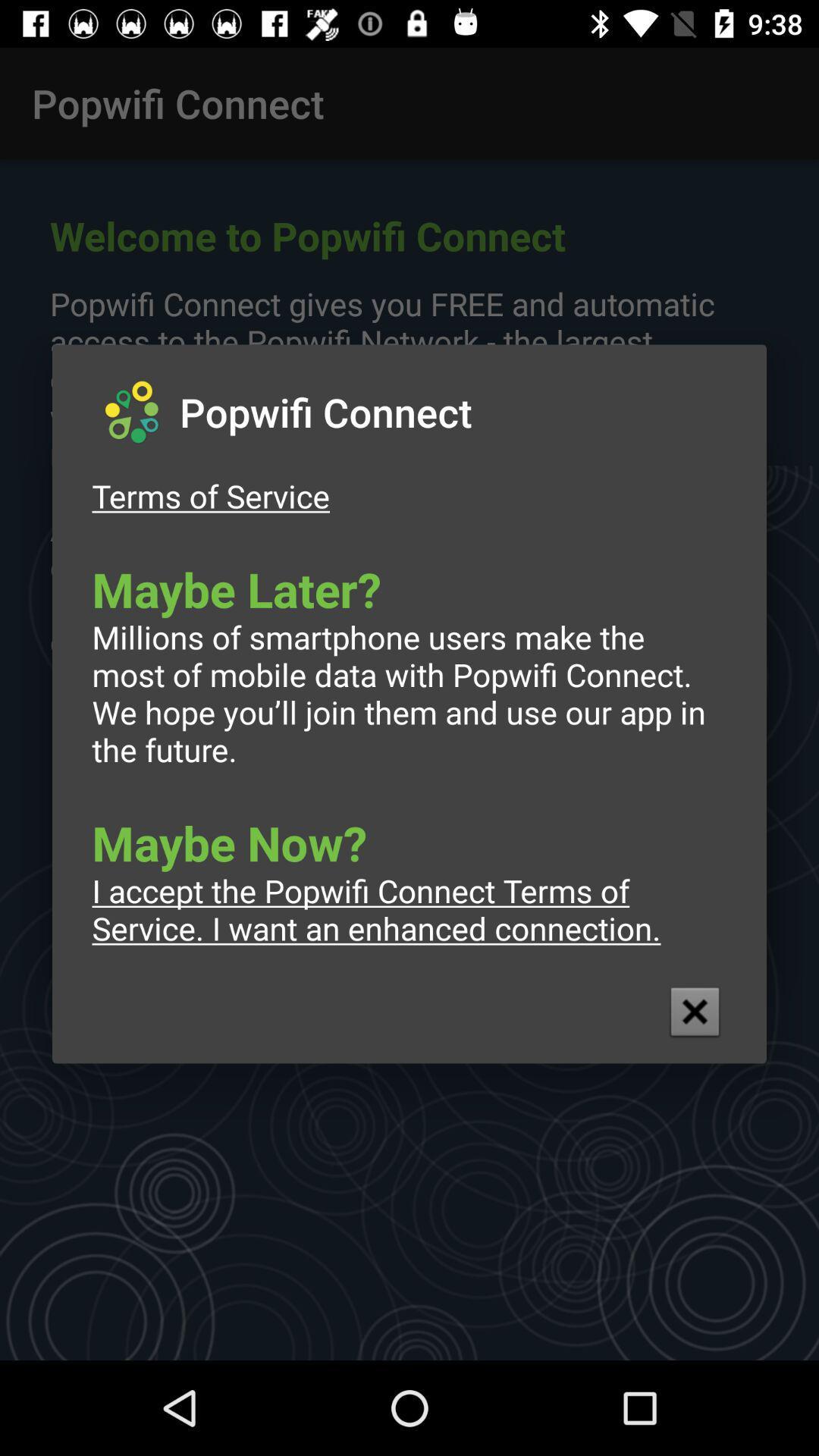 The height and width of the screenshot is (1456, 819). Describe the element at coordinates (695, 1012) in the screenshot. I see `item at the bottom right corner` at that location.